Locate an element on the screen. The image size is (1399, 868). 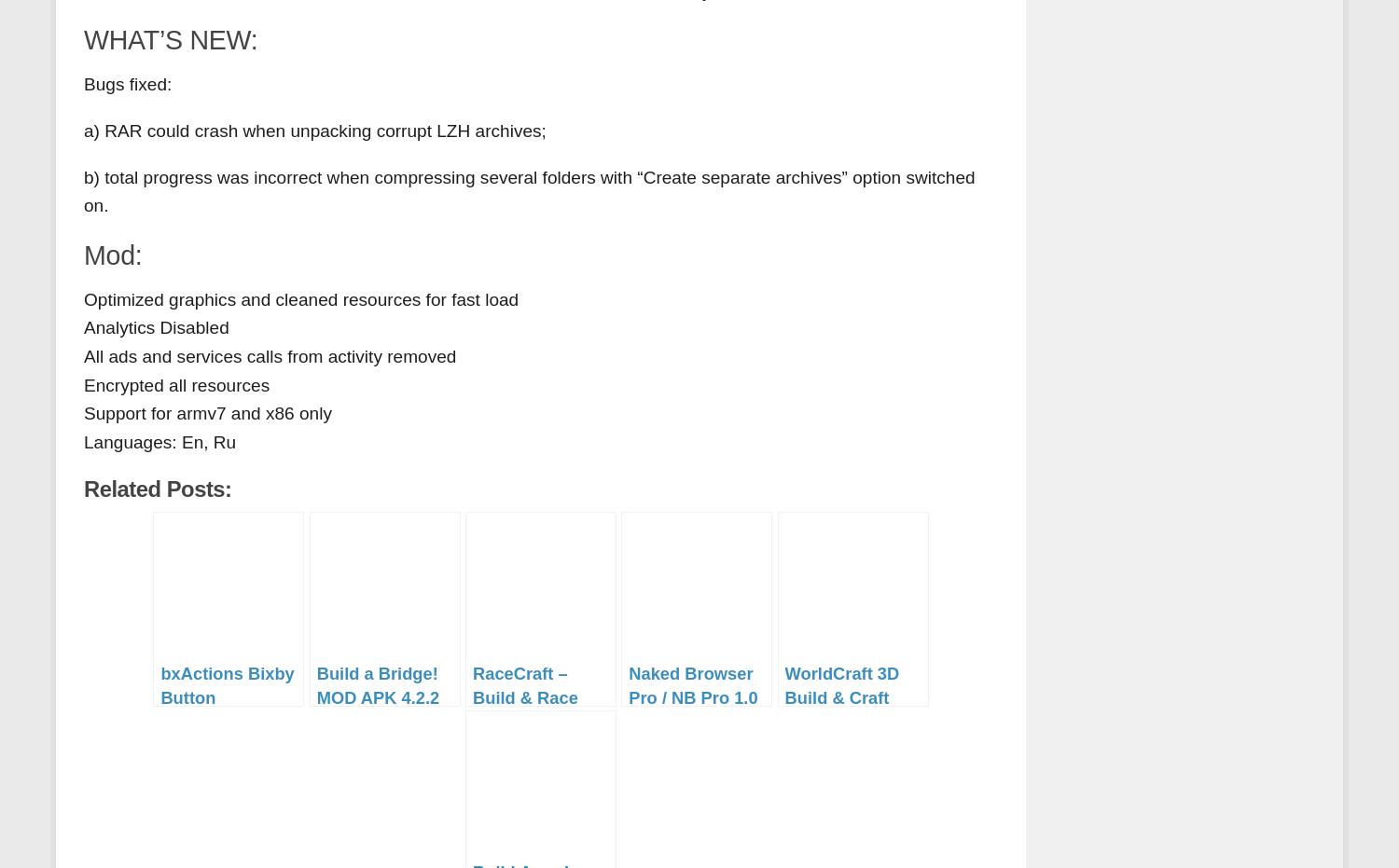
'Naked Browser Pro / NB Pro 1.0 build 70 Apk for Android' is located at coordinates (691, 709).